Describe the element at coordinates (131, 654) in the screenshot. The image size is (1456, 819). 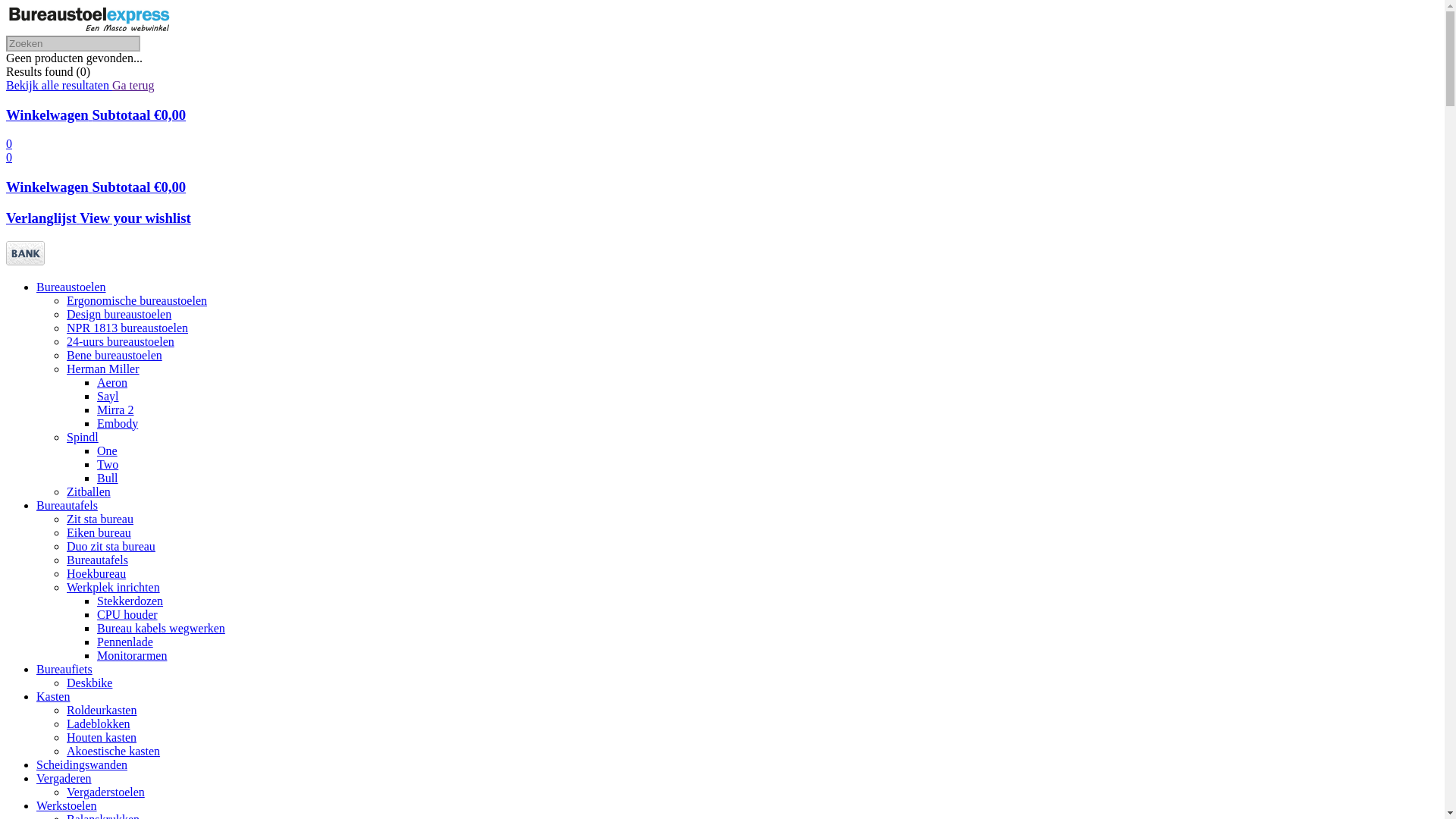
I see `'Monitorarmen'` at that location.